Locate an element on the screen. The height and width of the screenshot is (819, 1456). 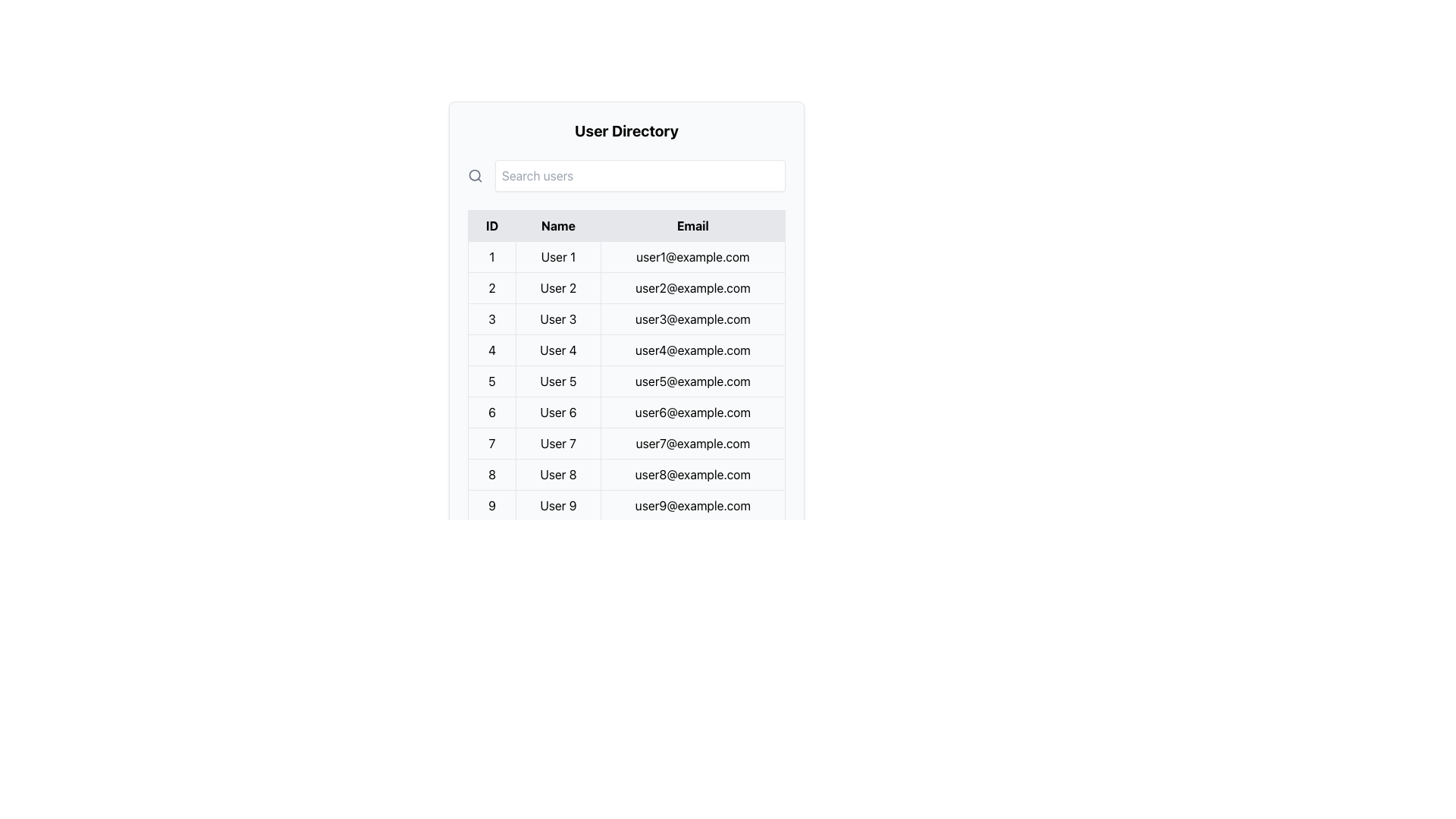
the text label displaying the name of the user associated with ID '7' is located at coordinates (557, 444).